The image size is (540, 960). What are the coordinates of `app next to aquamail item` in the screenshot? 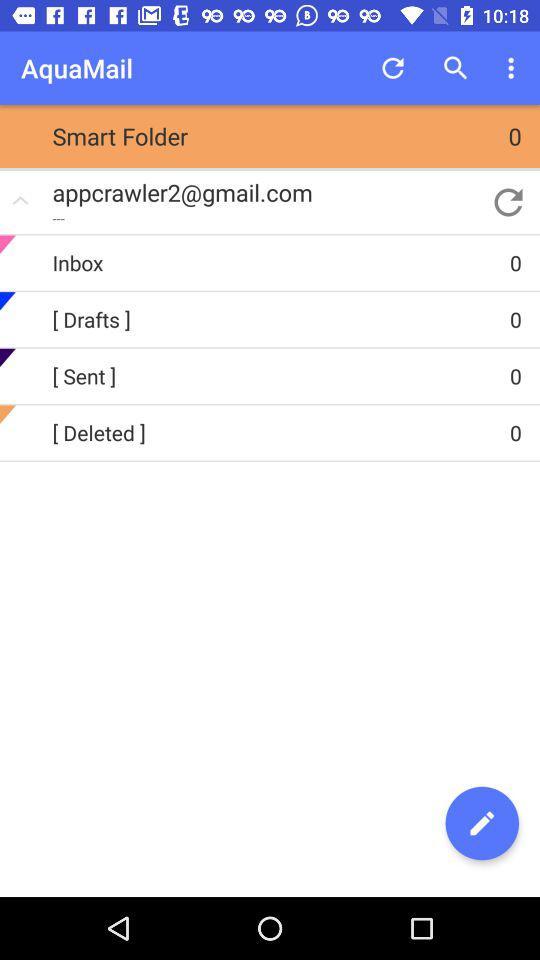 It's located at (393, 68).